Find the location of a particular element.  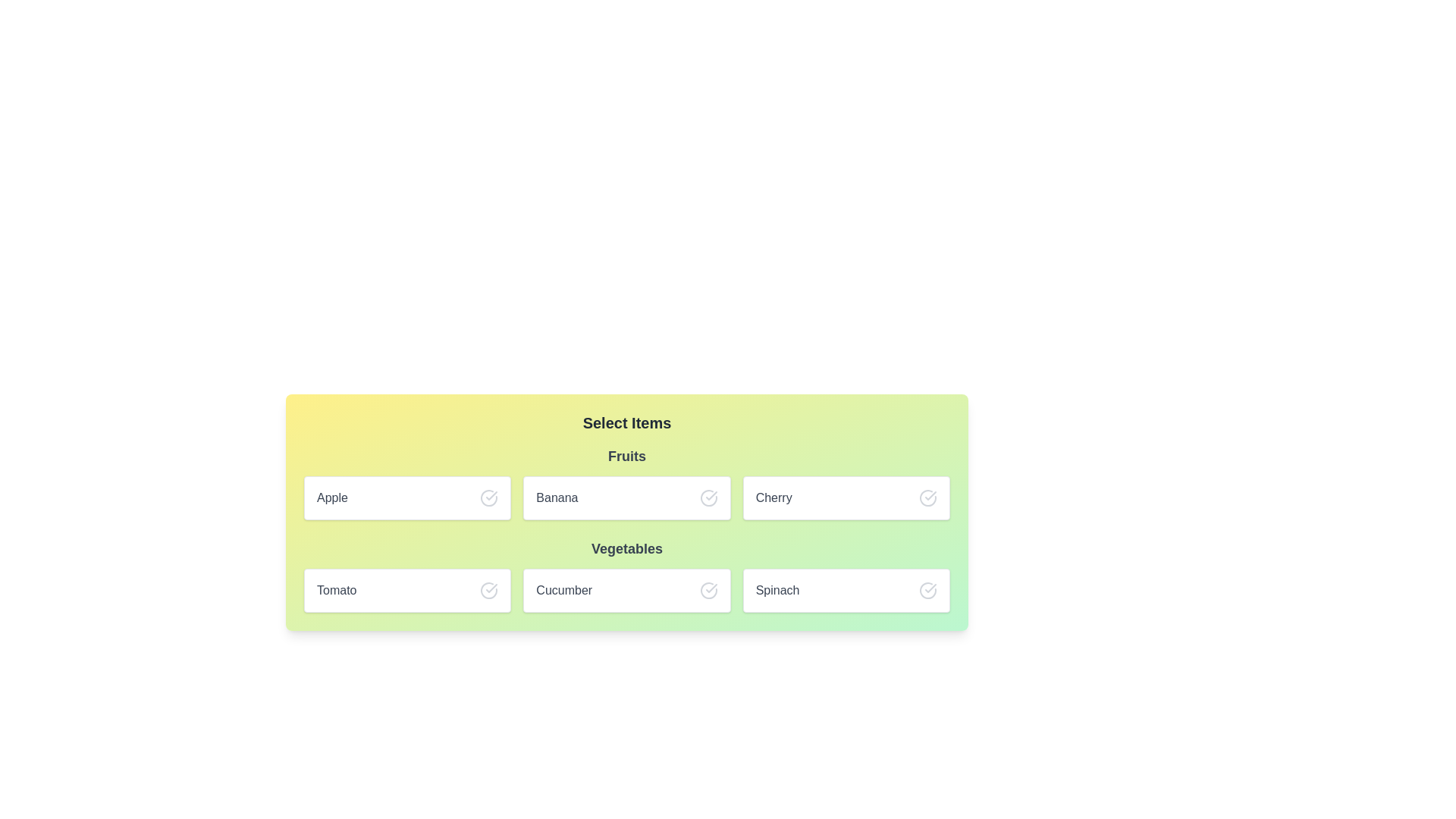

the checkmark SVG icon indicating selection or confirmation for the 'Spinach' item, located to the right of the 'Spinach' text label in the 'Vegetables' section is located at coordinates (930, 587).